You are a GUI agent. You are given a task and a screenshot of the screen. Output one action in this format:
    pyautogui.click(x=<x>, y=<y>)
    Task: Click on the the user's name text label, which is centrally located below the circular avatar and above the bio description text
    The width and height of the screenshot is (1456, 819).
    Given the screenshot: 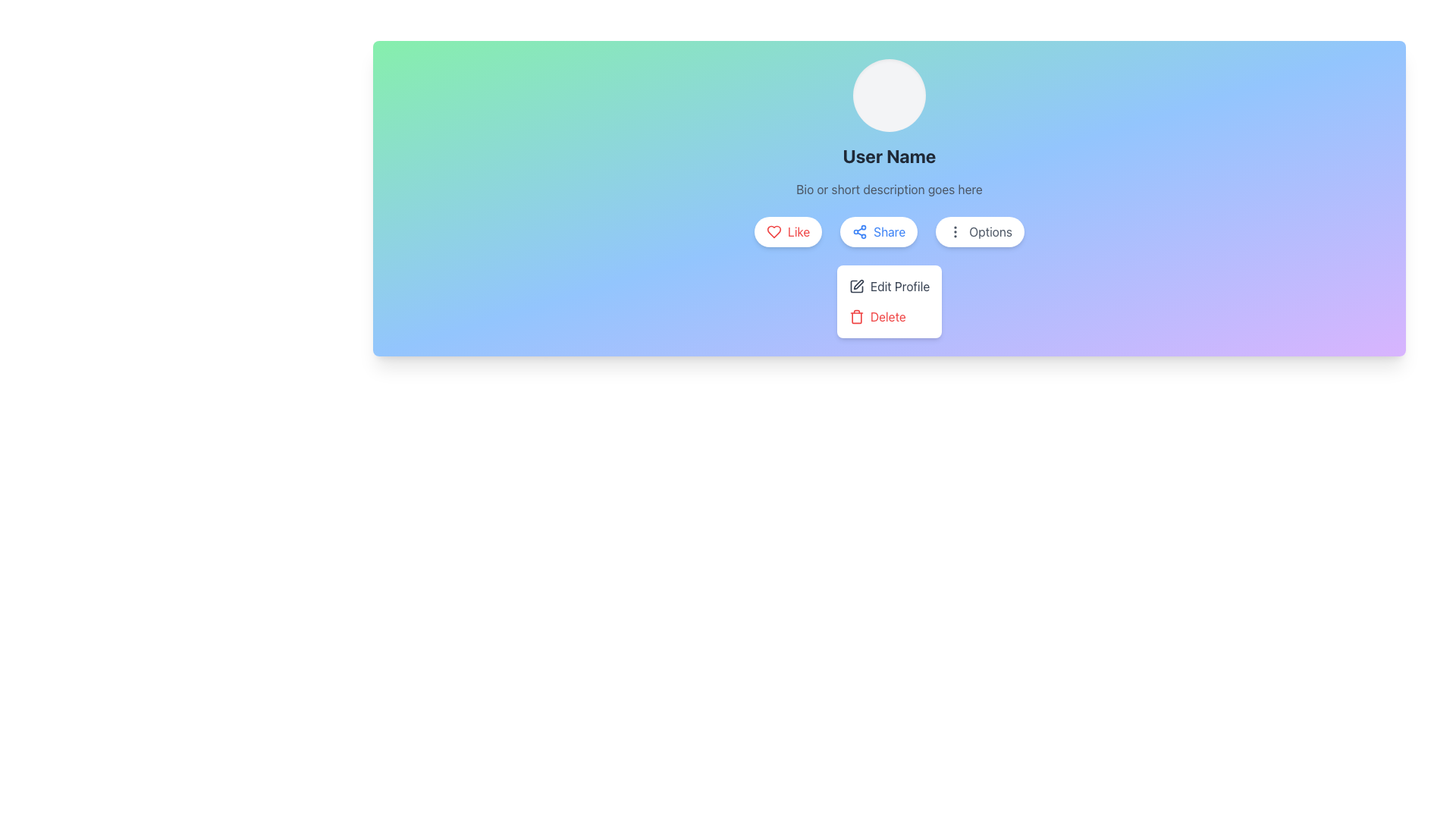 What is the action you would take?
    pyautogui.click(x=889, y=155)
    